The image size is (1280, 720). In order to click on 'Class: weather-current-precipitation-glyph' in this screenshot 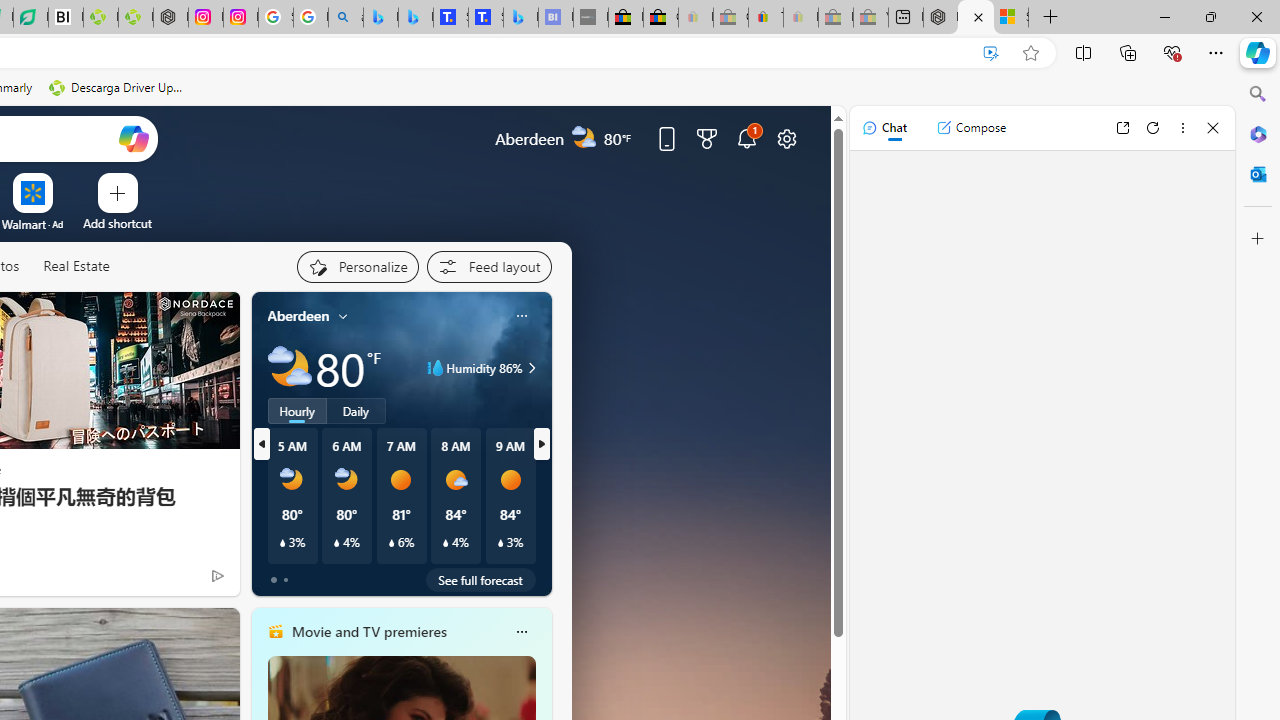, I will do `click(500, 543)`.